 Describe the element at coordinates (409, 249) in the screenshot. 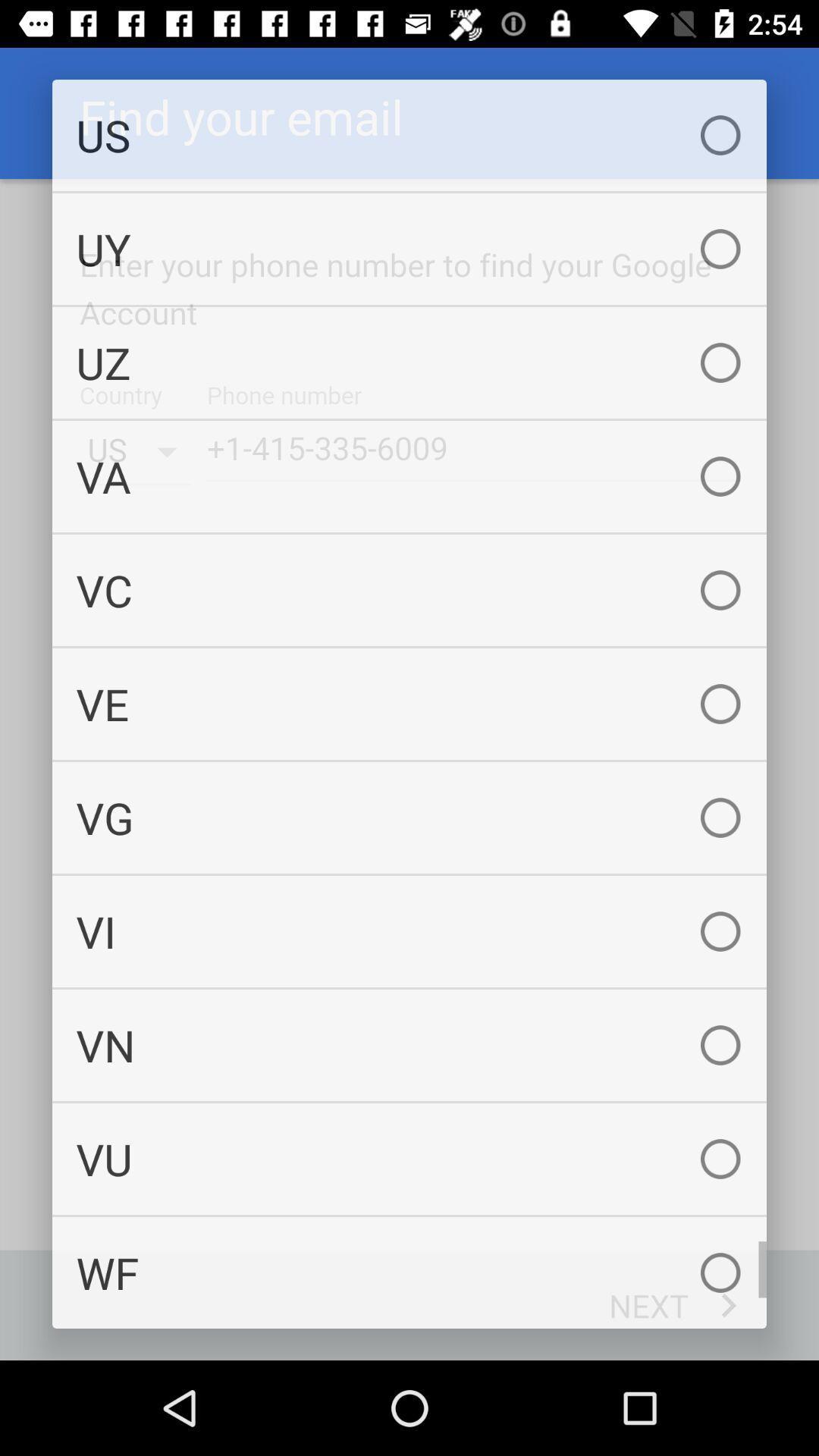

I see `uy` at that location.